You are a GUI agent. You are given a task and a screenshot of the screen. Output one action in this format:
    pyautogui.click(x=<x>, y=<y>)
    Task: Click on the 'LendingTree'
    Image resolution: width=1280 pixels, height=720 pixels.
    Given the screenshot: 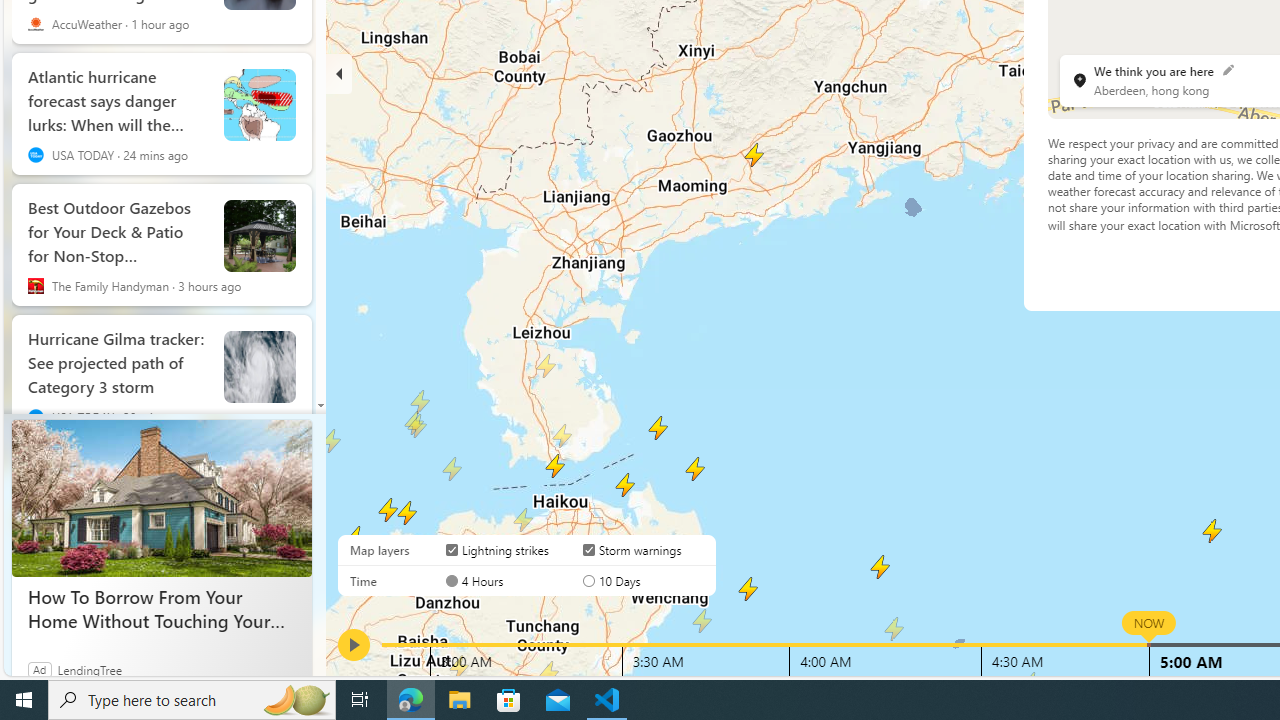 What is the action you would take?
    pyautogui.click(x=89, y=669)
    